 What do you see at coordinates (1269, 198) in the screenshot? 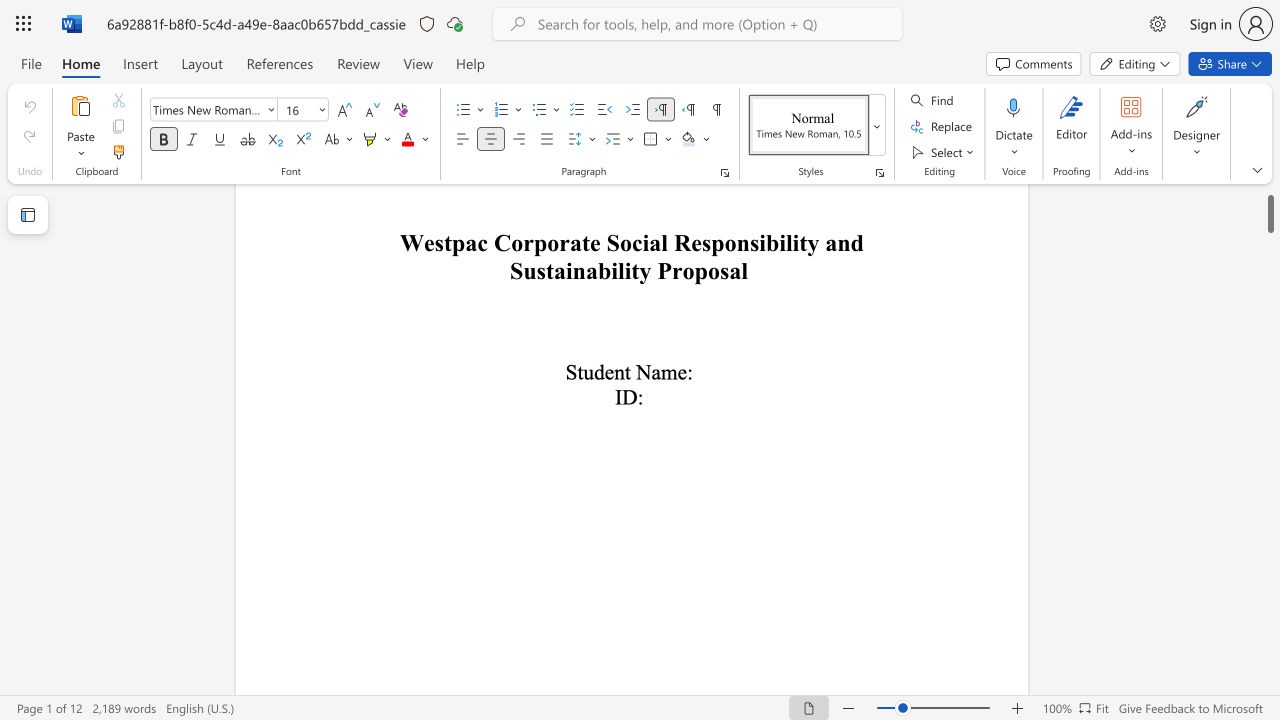
I see `the scrollbar and move up 140 pixels` at bounding box center [1269, 198].